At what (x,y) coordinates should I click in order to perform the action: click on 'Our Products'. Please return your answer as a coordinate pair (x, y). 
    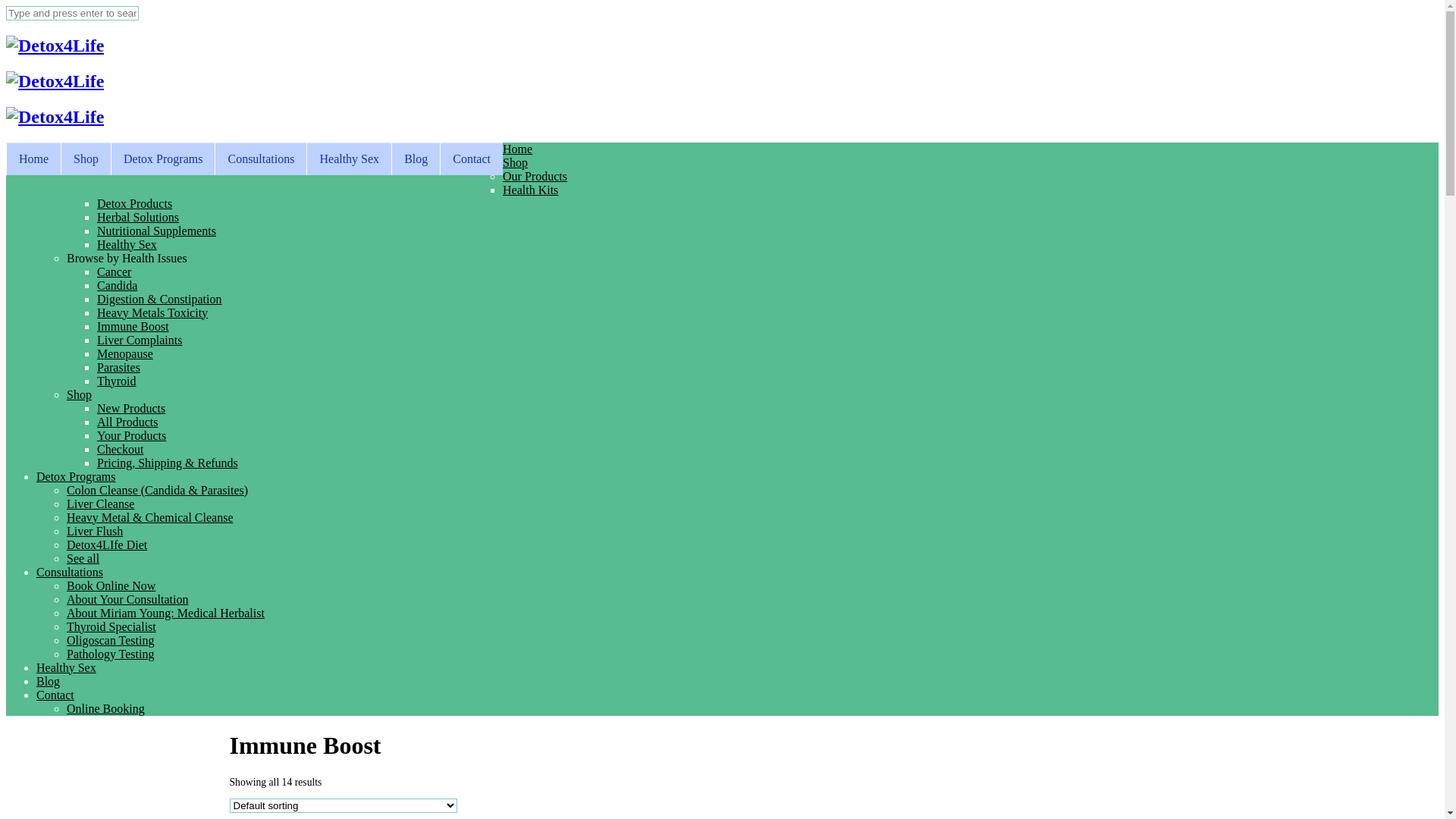
    Looking at the image, I should click on (535, 175).